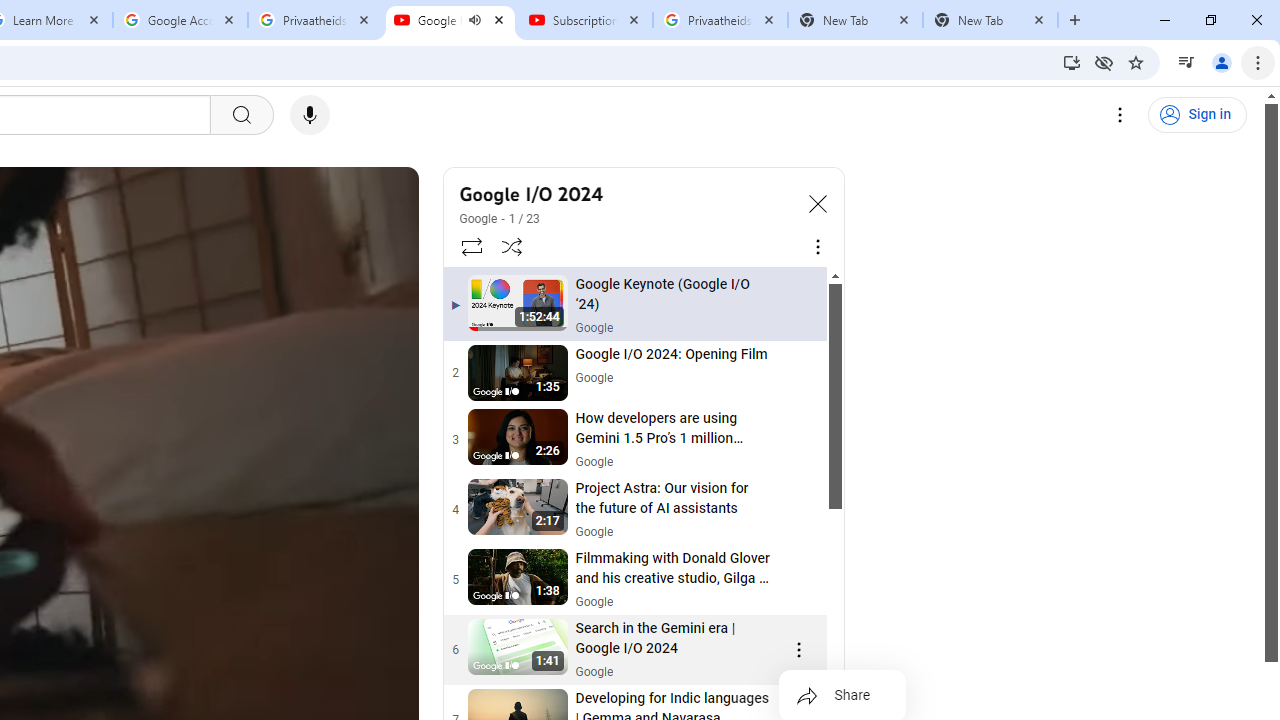 The image size is (1280, 720). Describe the element at coordinates (308, 115) in the screenshot. I see `'Search with your voice'` at that location.